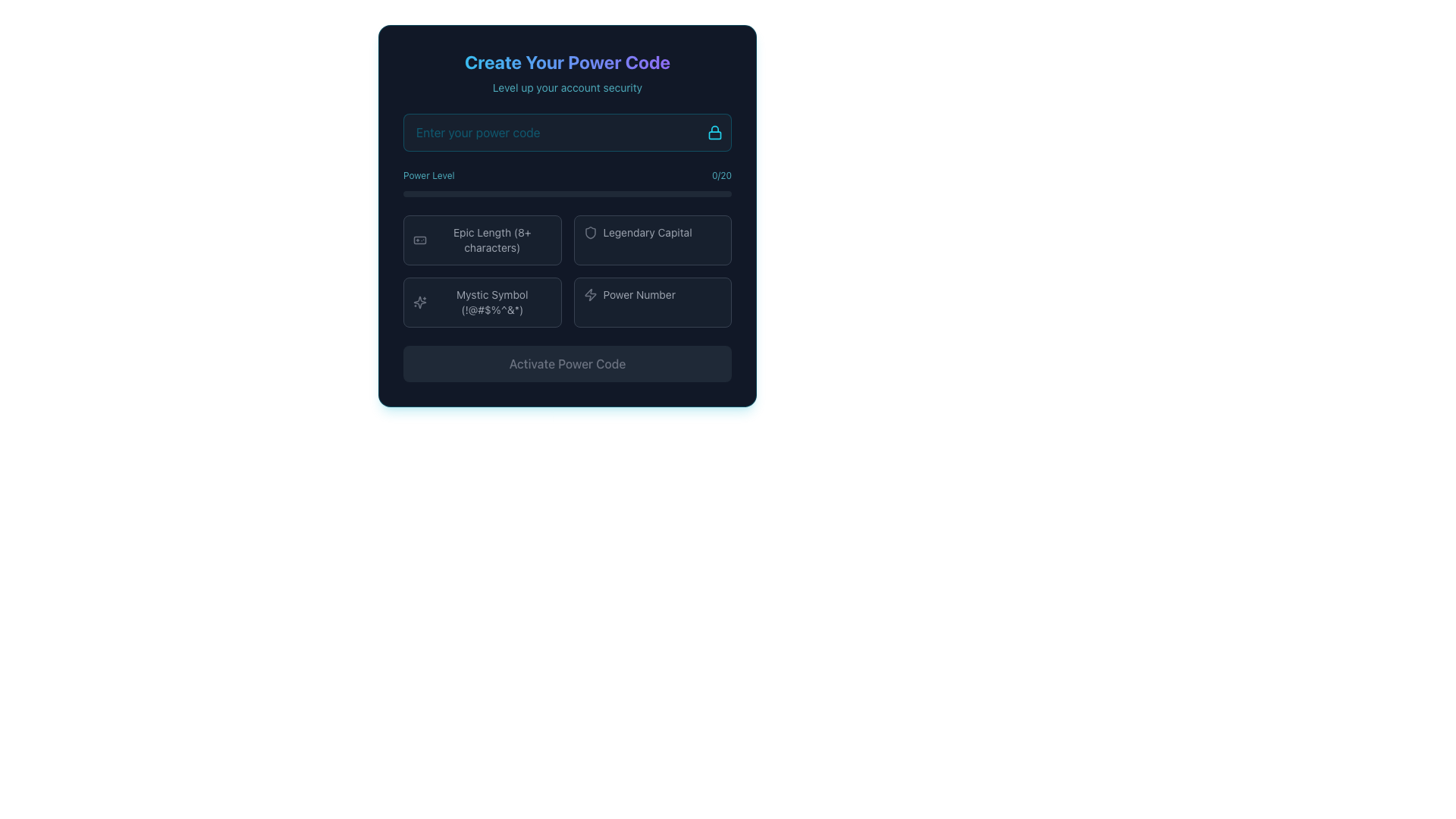  Describe the element at coordinates (419, 302) in the screenshot. I see `the sparkles icon in the Mystic Symbol section of the power code creation form, which resembles a cross with circular edges and smaller sparks` at that location.